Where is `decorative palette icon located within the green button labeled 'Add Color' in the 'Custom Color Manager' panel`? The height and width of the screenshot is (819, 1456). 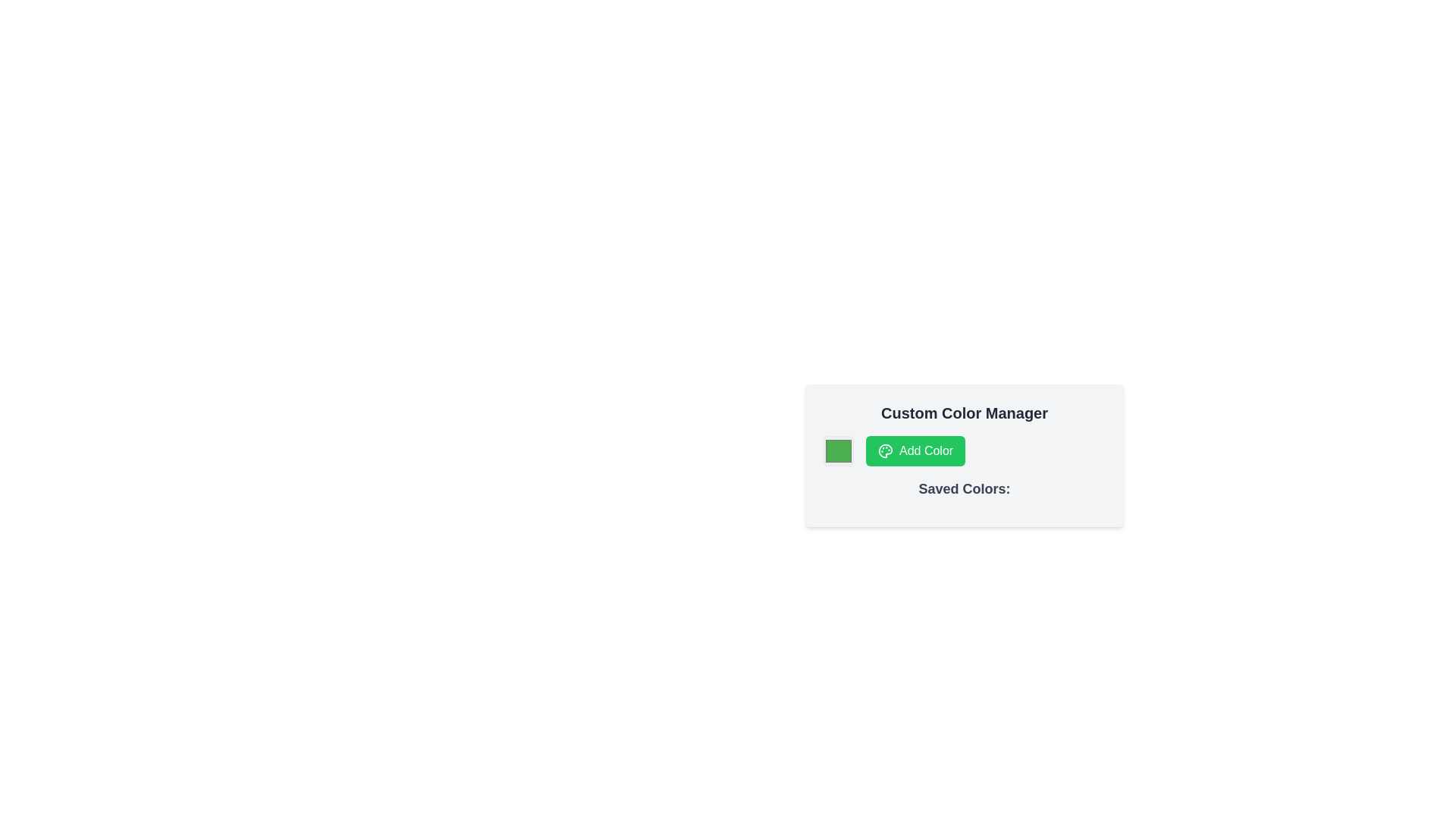 decorative palette icon located within the green button labeled 'Add Color' in the 'Custom Color Manager' panel is located at coordinates (885, 450).